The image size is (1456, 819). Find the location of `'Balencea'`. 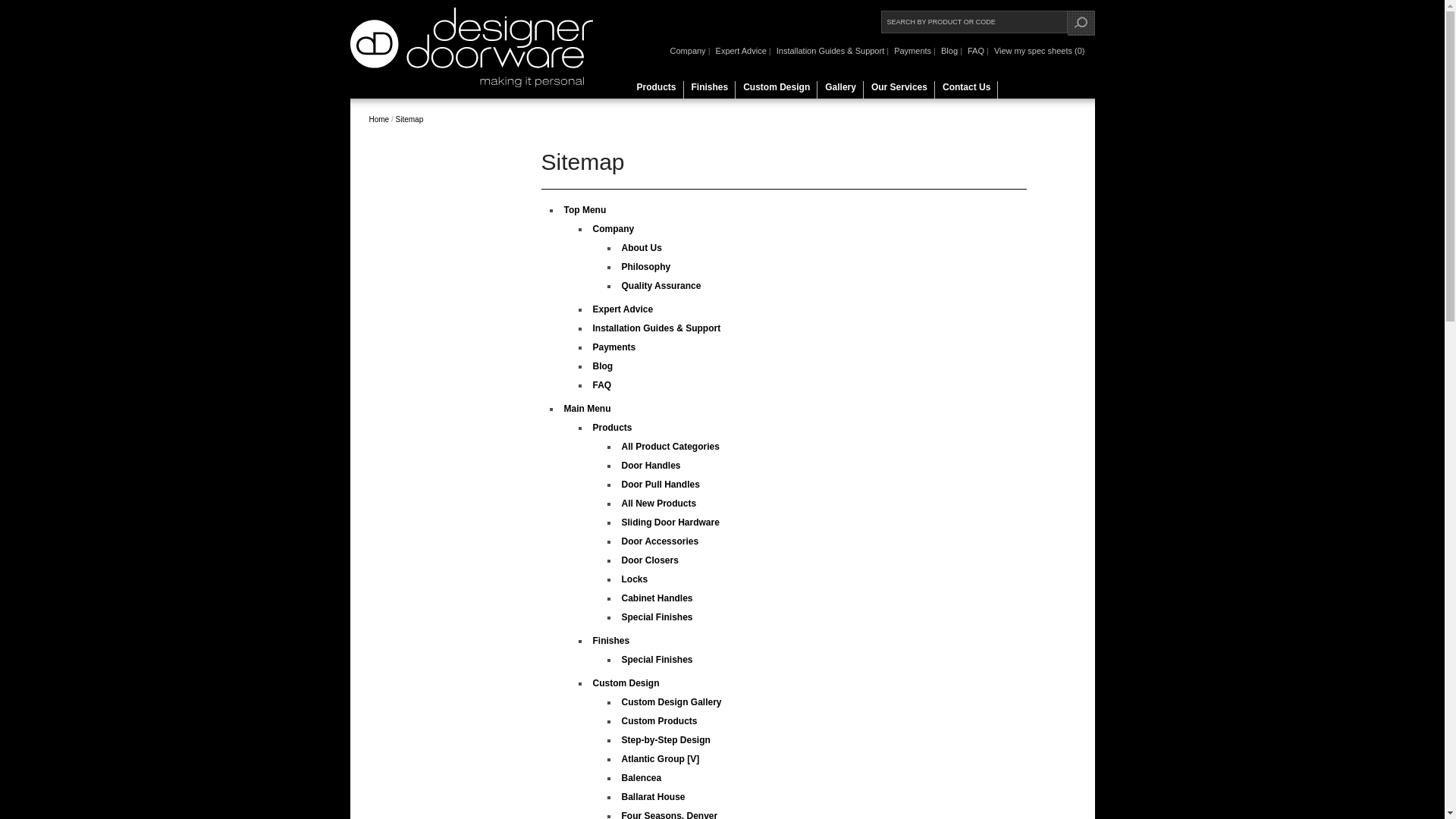

'Balencea' is located at coordinates (642, 778).